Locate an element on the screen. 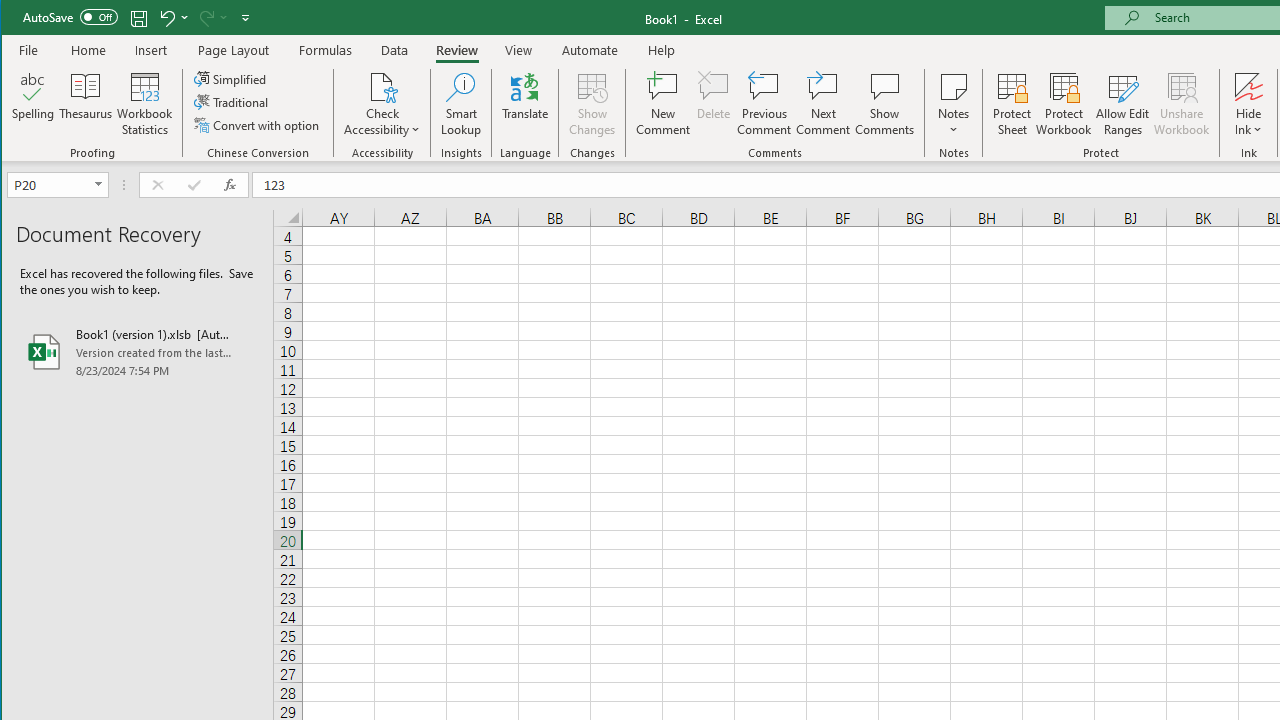 This screenshot has height=720, width=1280. 'Protect Sheet...' is located at coordinates (1012, 104).